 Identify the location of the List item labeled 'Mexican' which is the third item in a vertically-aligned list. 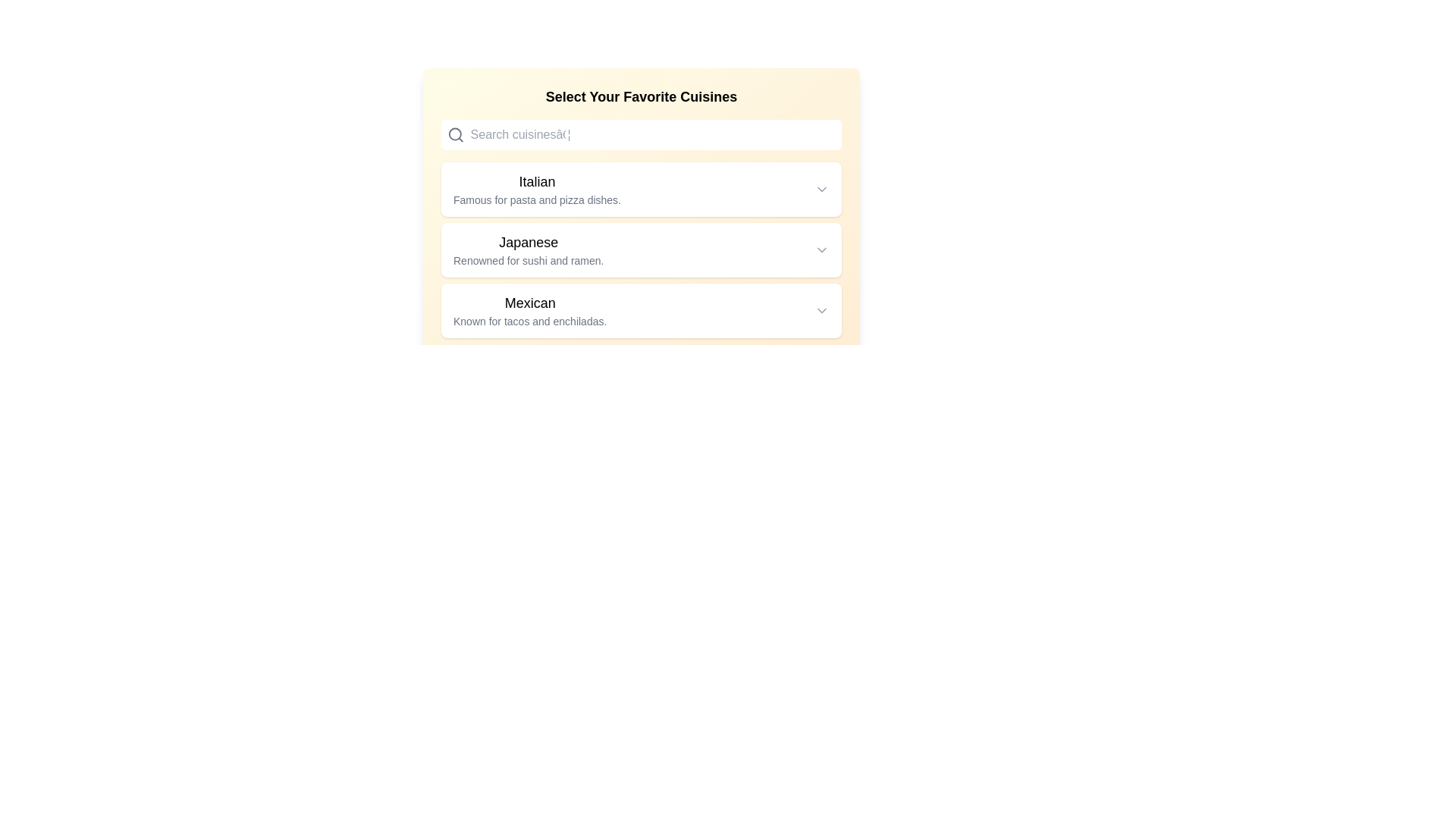
(641, 309).